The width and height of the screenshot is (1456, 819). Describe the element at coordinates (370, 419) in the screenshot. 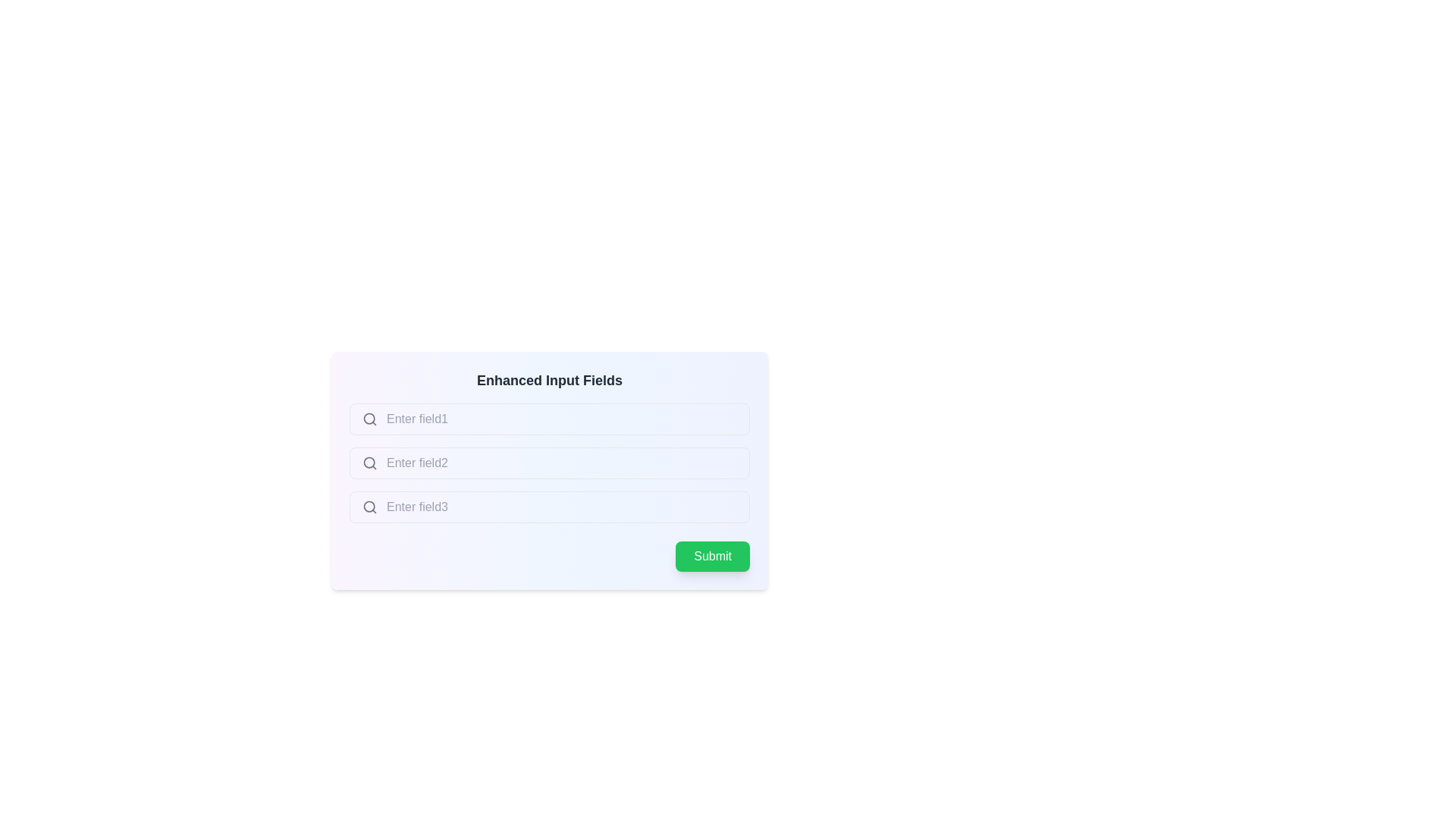

I see `the search icon represented by a circular magnifying glass located to the left of the first input field in the 'Enhanced Input Fields' section` at that location.